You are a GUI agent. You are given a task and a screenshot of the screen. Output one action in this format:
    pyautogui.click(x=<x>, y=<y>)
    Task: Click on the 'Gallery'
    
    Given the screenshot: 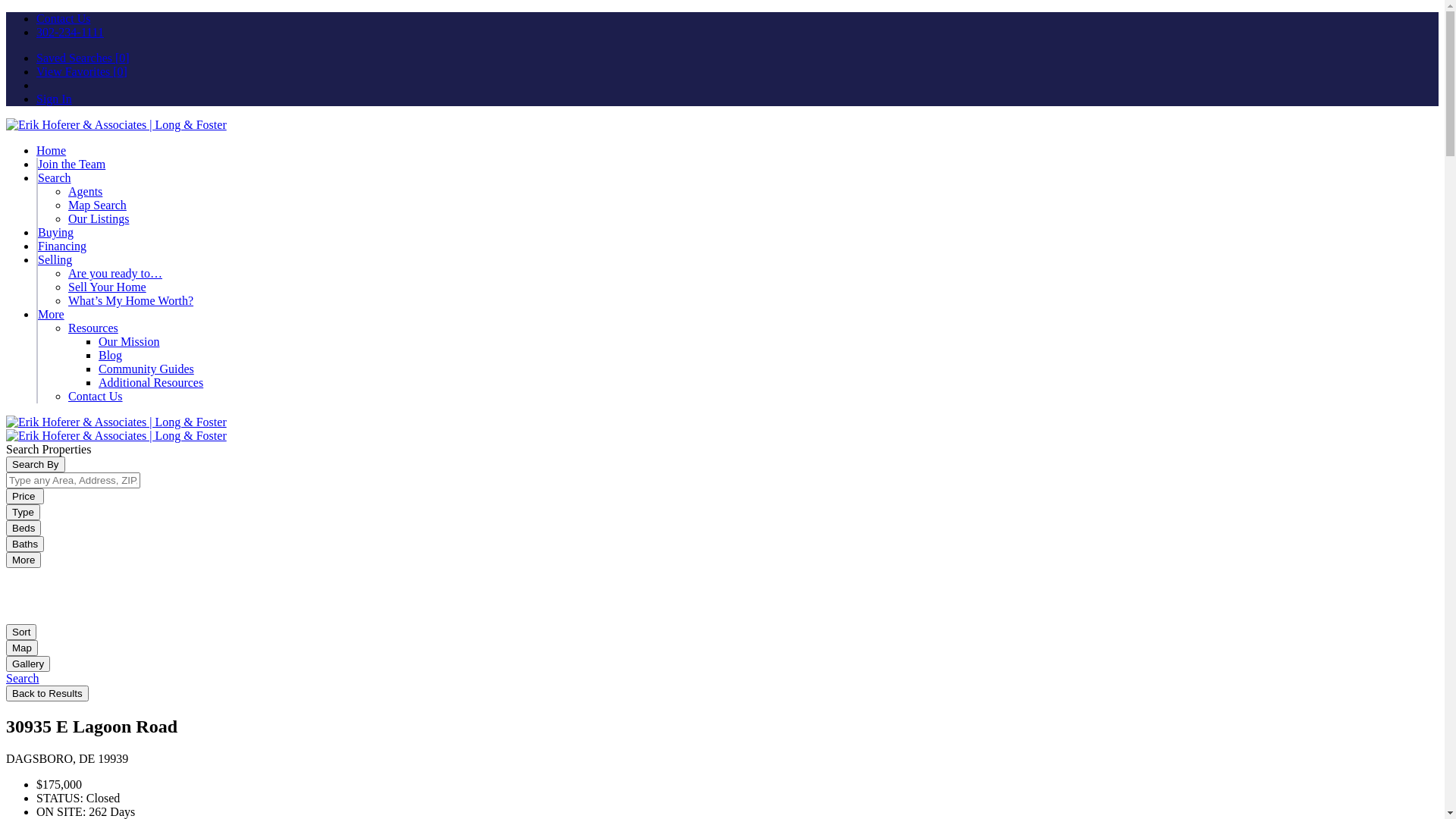 What is the action you would take?
    pyautogui.click(x=28, y=663)
    